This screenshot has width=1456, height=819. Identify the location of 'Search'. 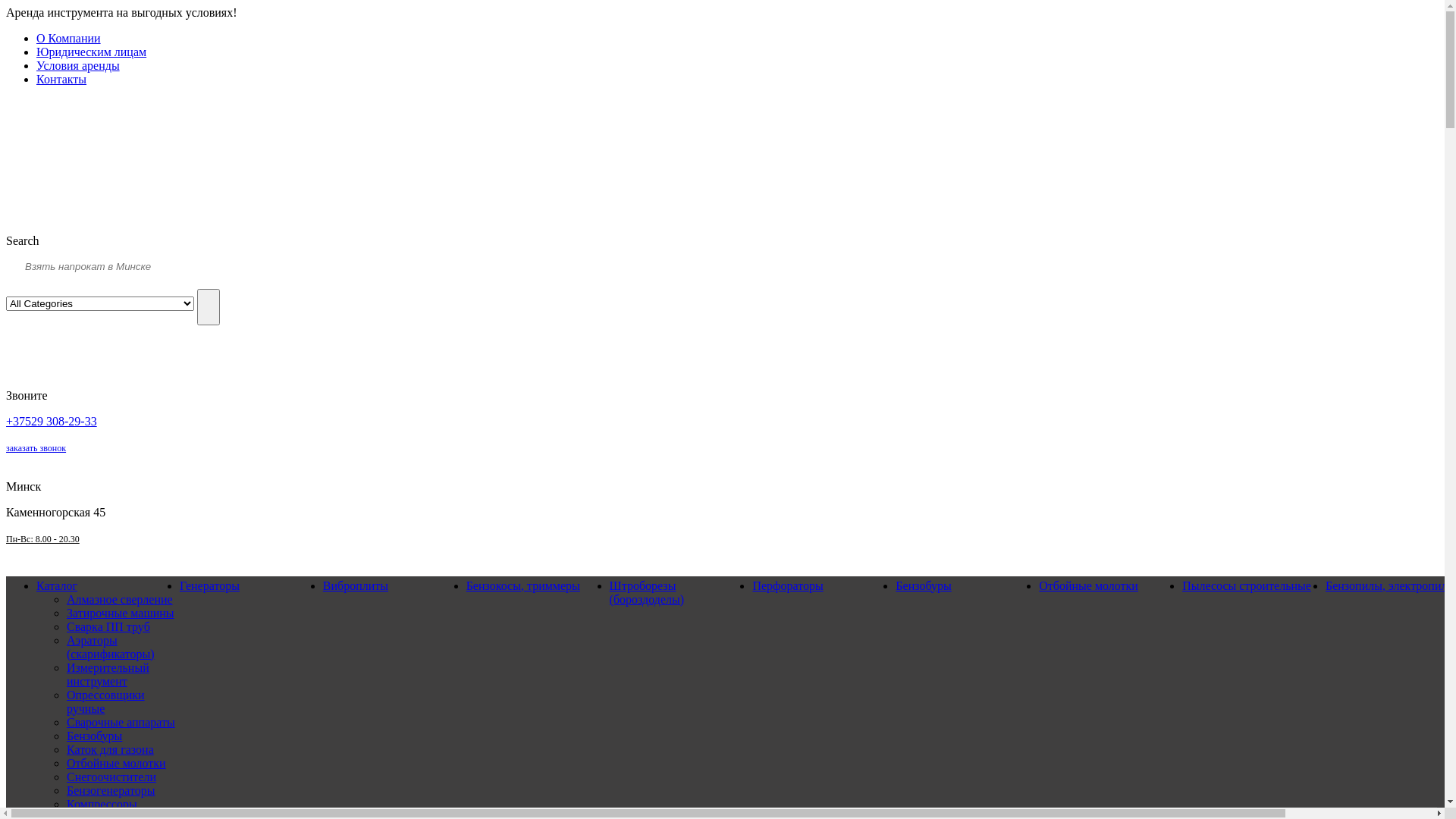
(22, 240).